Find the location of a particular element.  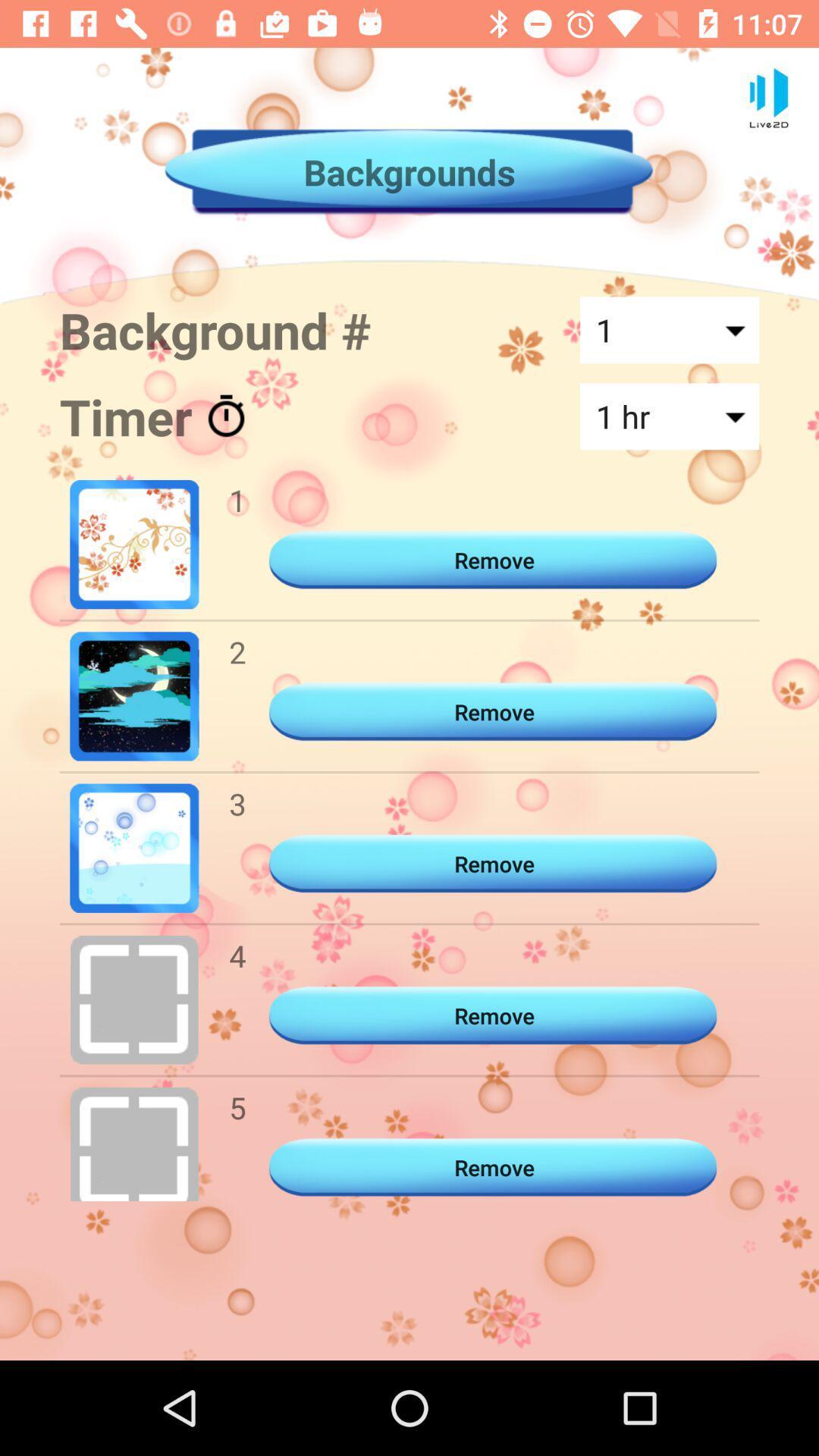

3 item is located at coordinates (237, 803).